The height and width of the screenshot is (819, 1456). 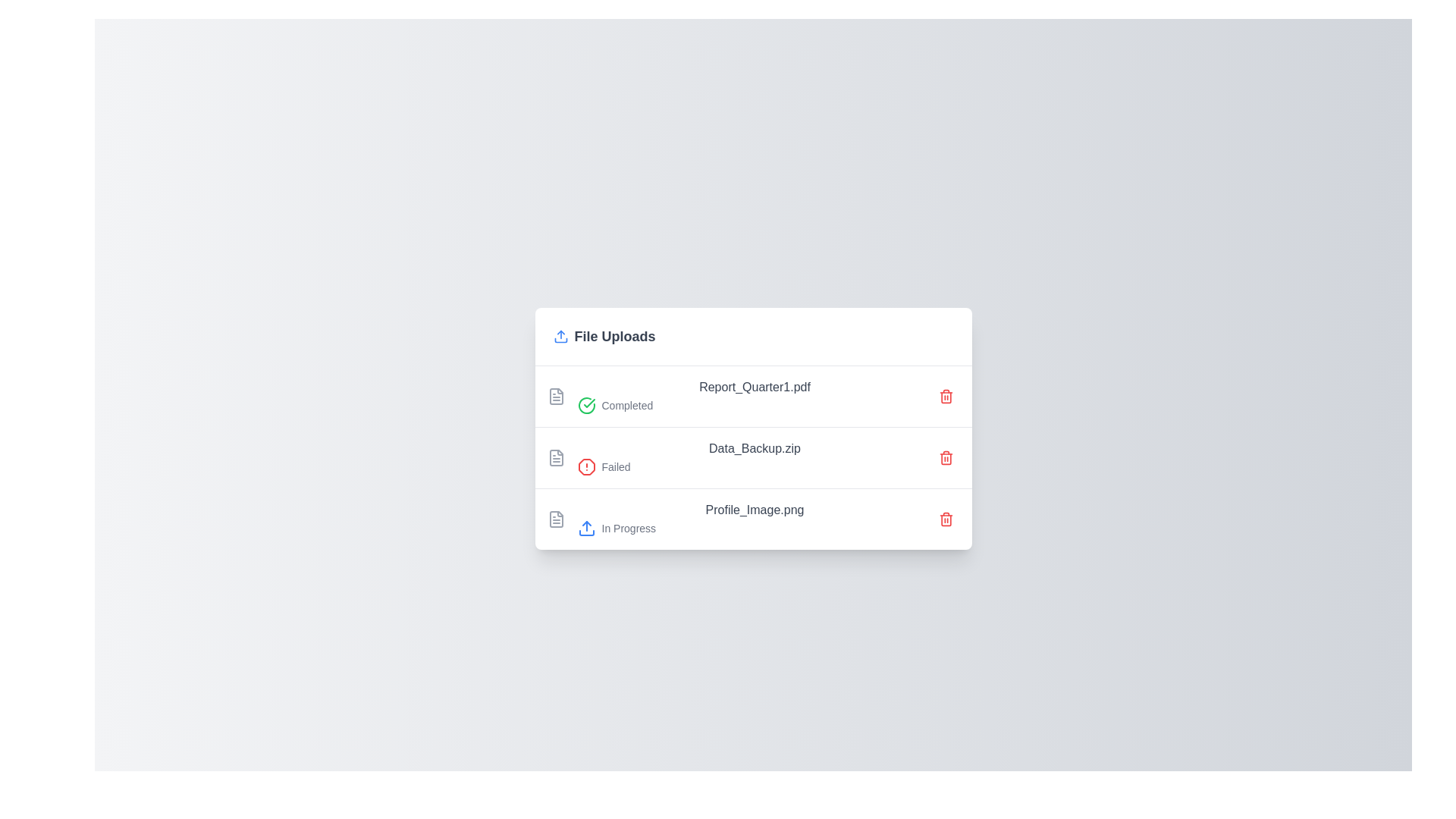 I want to click on the text label displaying 'Failed', which is colored red and indicates an error status, located to the right of a red octagonal error icon in the second row of a table aligned with 'Data_Backup.zip', so click(x=616, y=466).